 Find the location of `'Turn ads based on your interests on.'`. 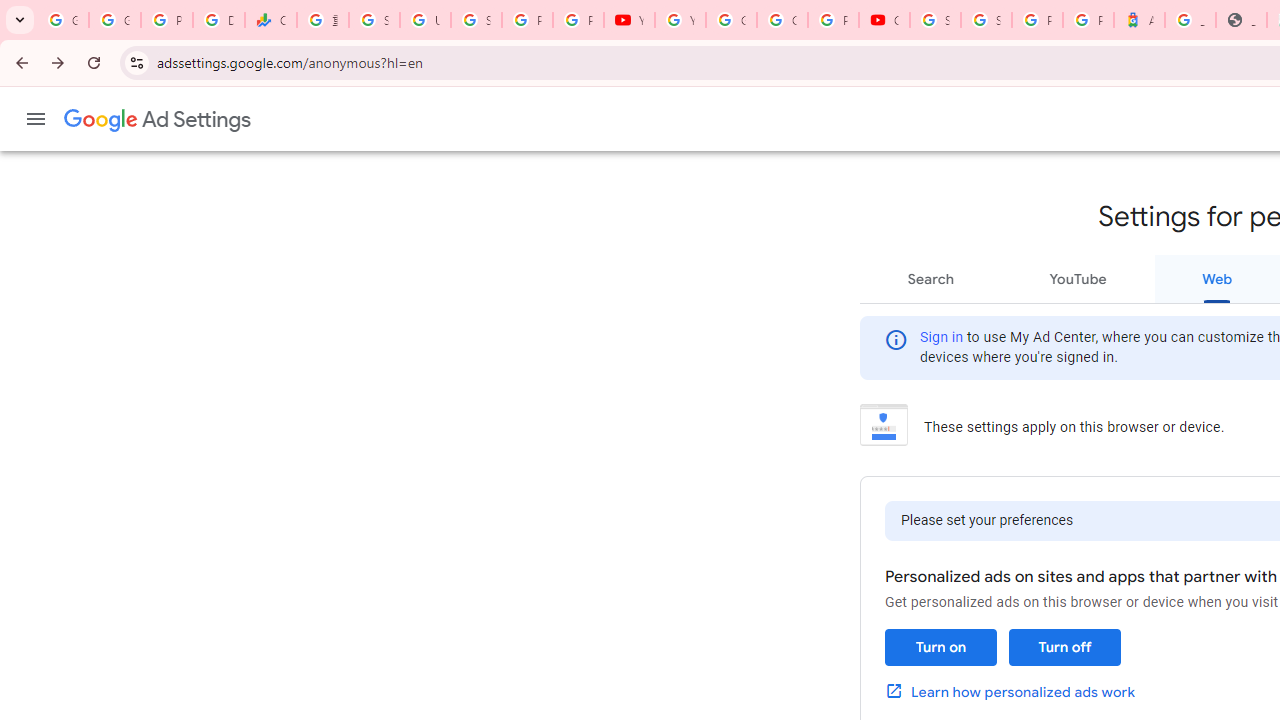

'Turn ads based on your interests on.' is located at coordinates (939, 647).